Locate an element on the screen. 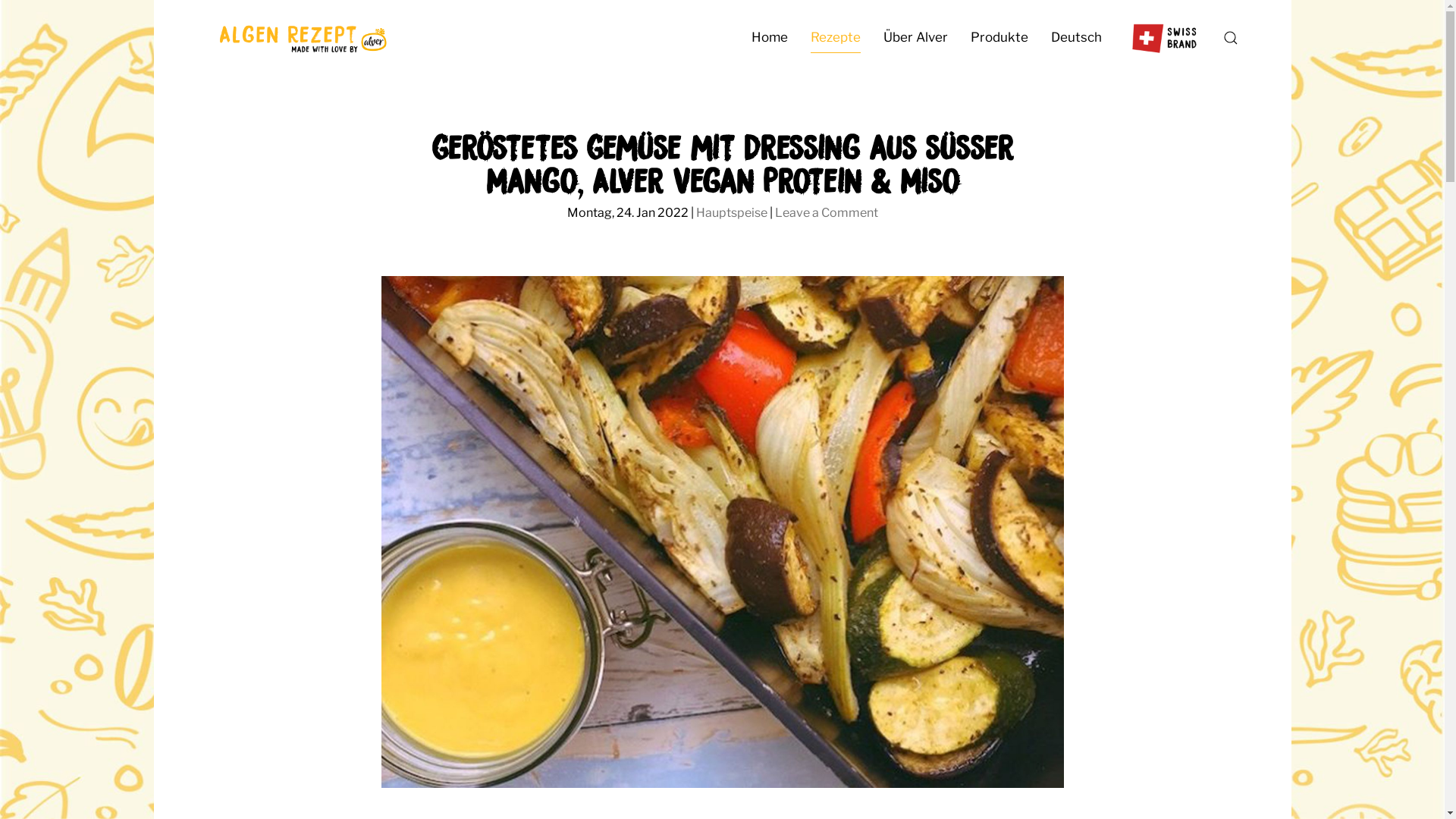 Image resolution: width=1456 pixels, height=819 pixels. 'Leave a Comment' is located at coordinates (825, 212).